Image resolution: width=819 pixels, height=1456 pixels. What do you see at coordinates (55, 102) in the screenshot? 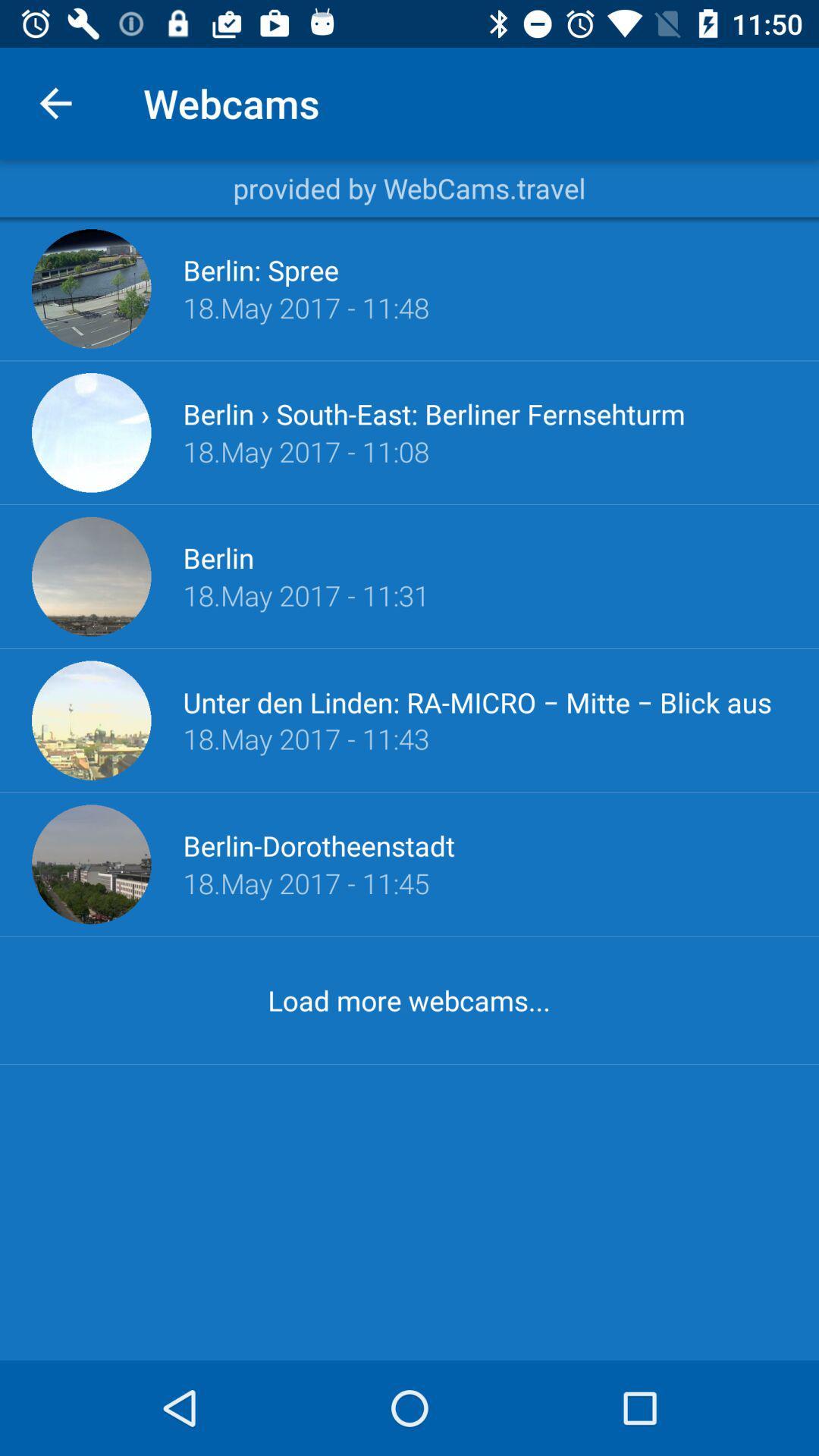
I see `the item to the left of webcams item` at bounding box center [55, 102].